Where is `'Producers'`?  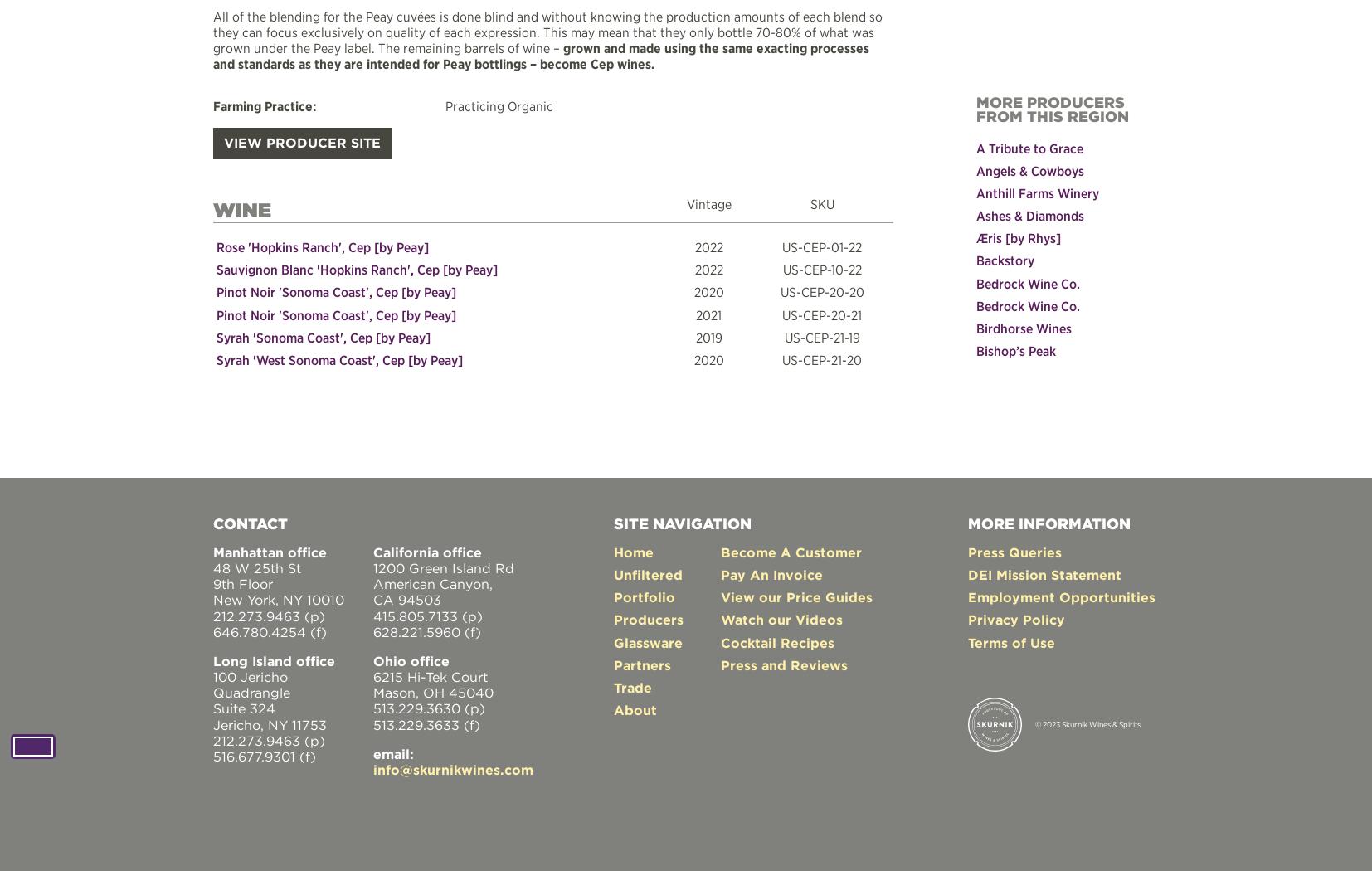
'Producers' is located at coordinates (649, 618).